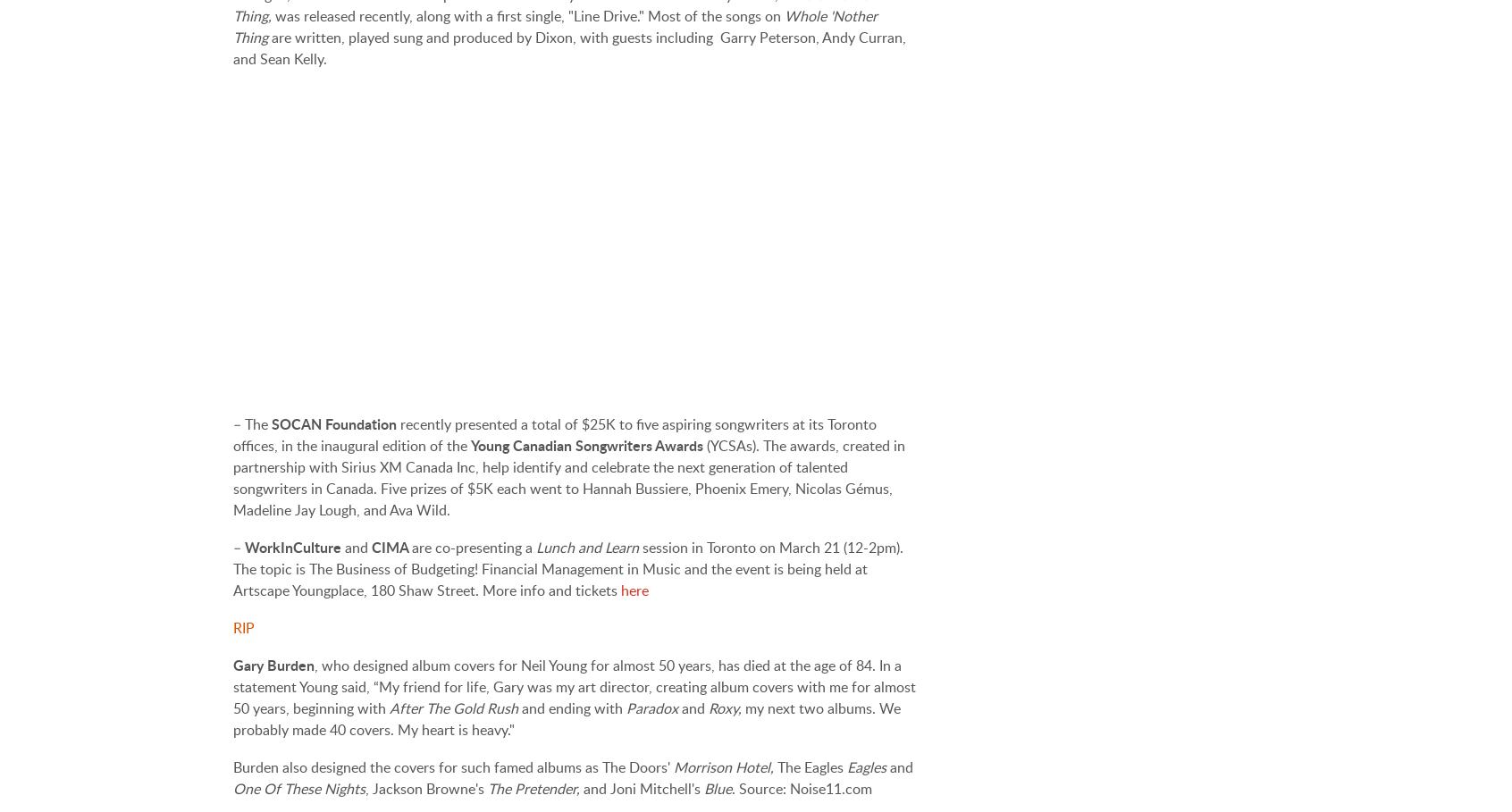  Describe the element at coordinates (867, 766) in the screenshot. I see `'Eagles'` at that location.